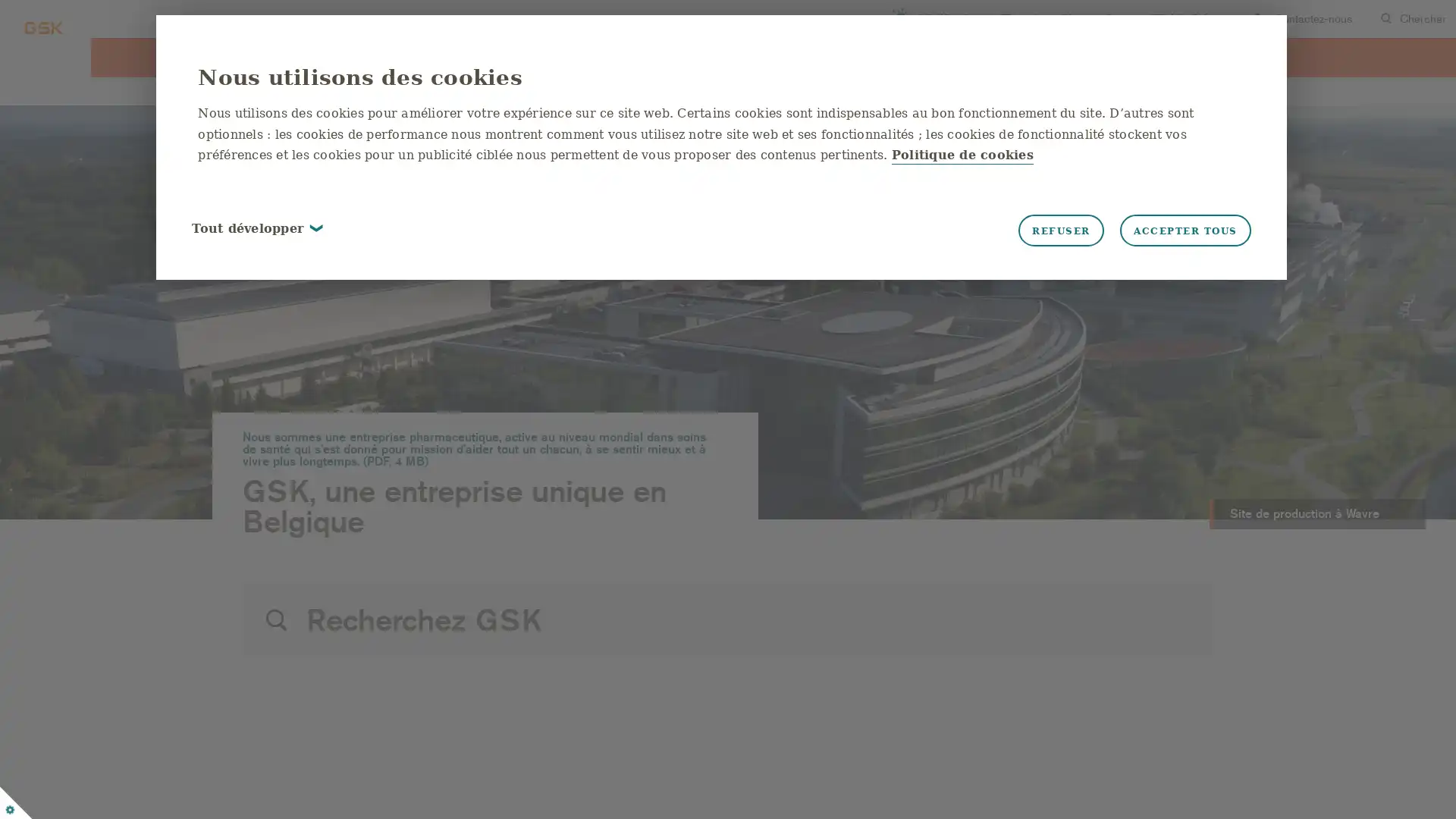 The height and width of the screenshot is (819, 1456). I want to click on ACCEPTER TOUS, so click(1161, 231).